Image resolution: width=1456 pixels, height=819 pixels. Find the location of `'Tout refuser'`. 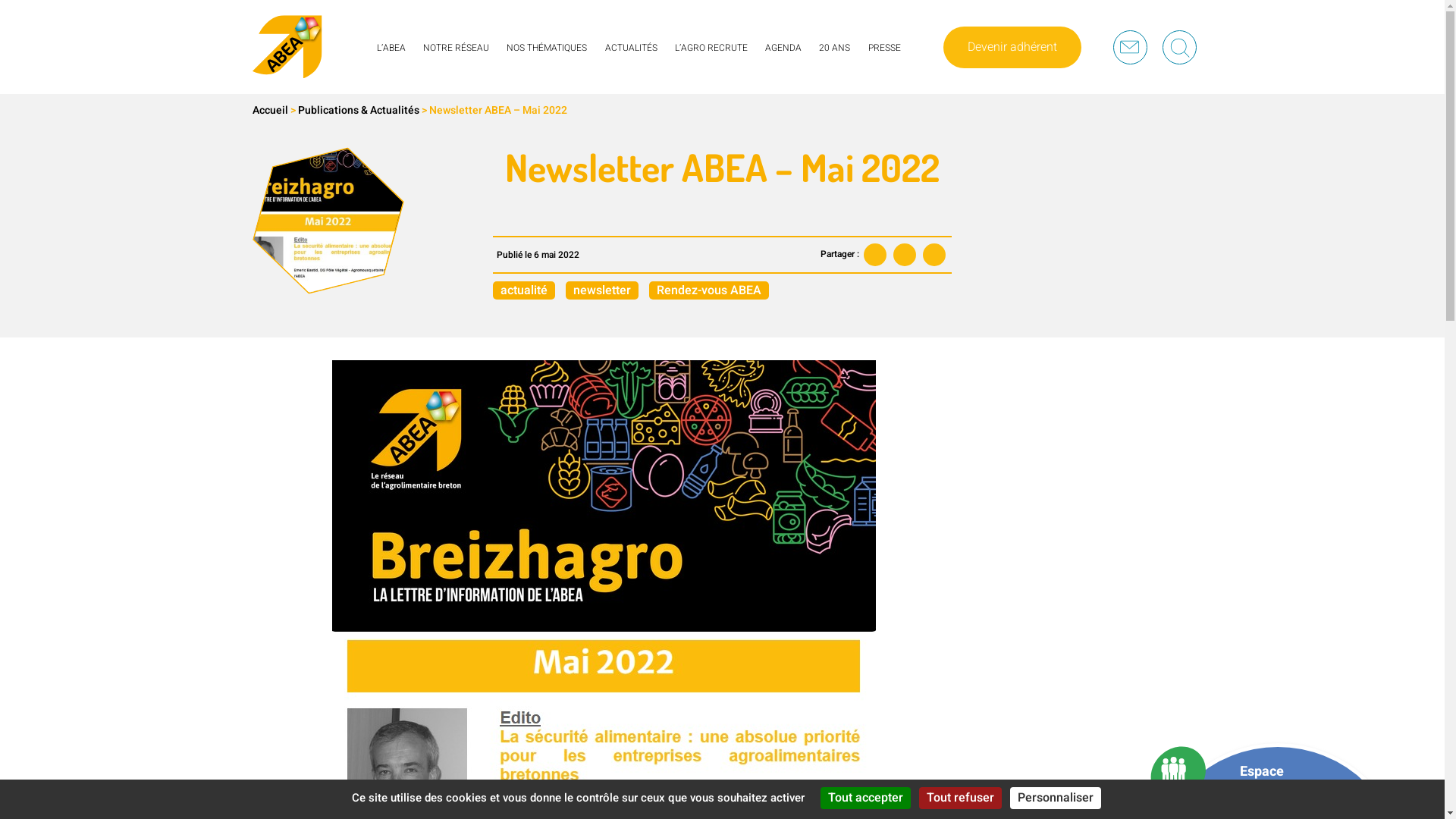

'Tout refuser' is located at coordinates (918, 797).